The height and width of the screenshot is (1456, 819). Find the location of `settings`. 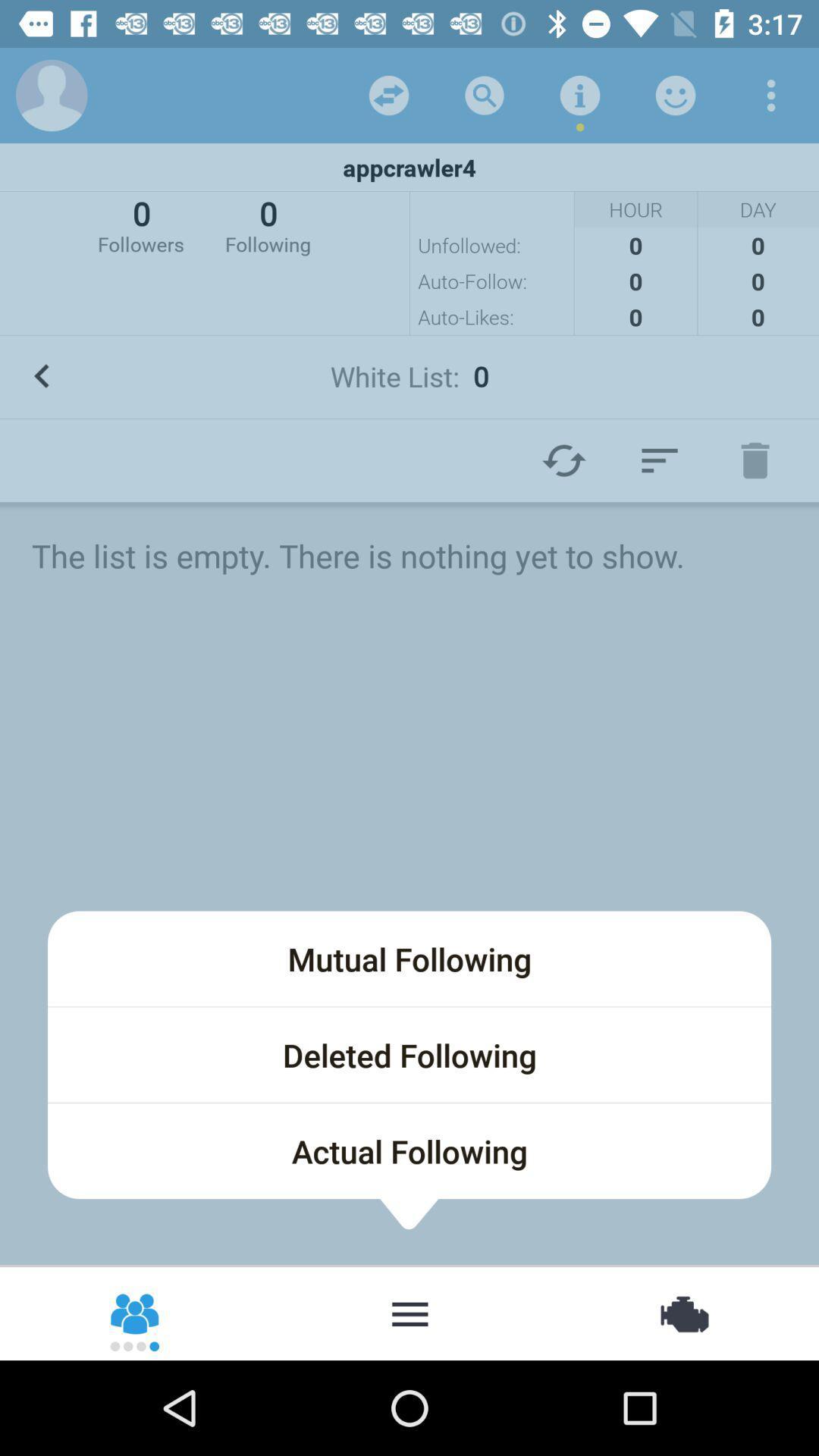

settings is located at coordinates (771, 94).